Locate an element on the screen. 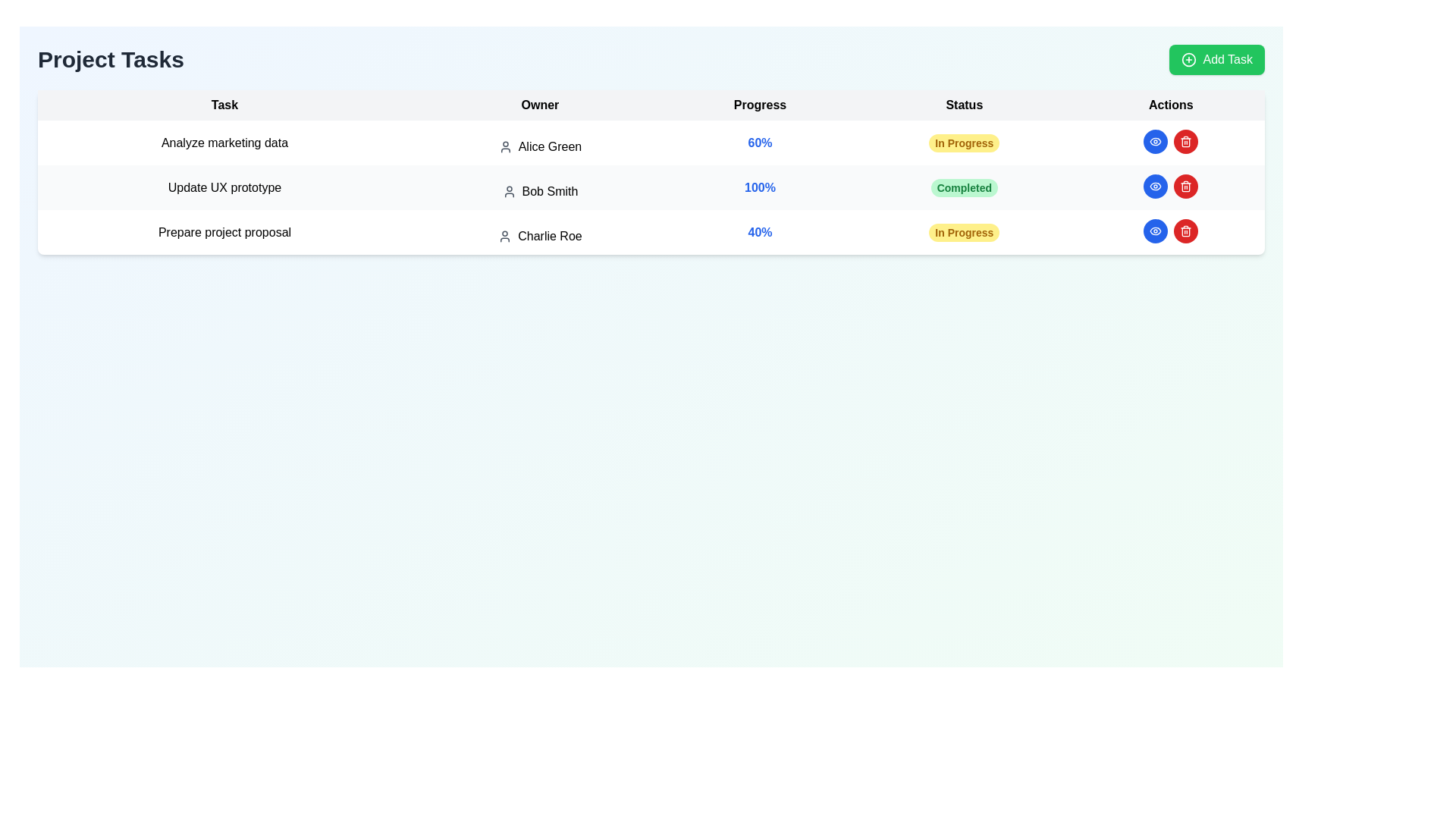 The width and height of the screenshot is (1456, 819). the delete icon located in the last column of the Actions section for the task named 'Prepare project proposal', which is represented by a red button with a trash bin icon is located at coordinates (1185, 143).